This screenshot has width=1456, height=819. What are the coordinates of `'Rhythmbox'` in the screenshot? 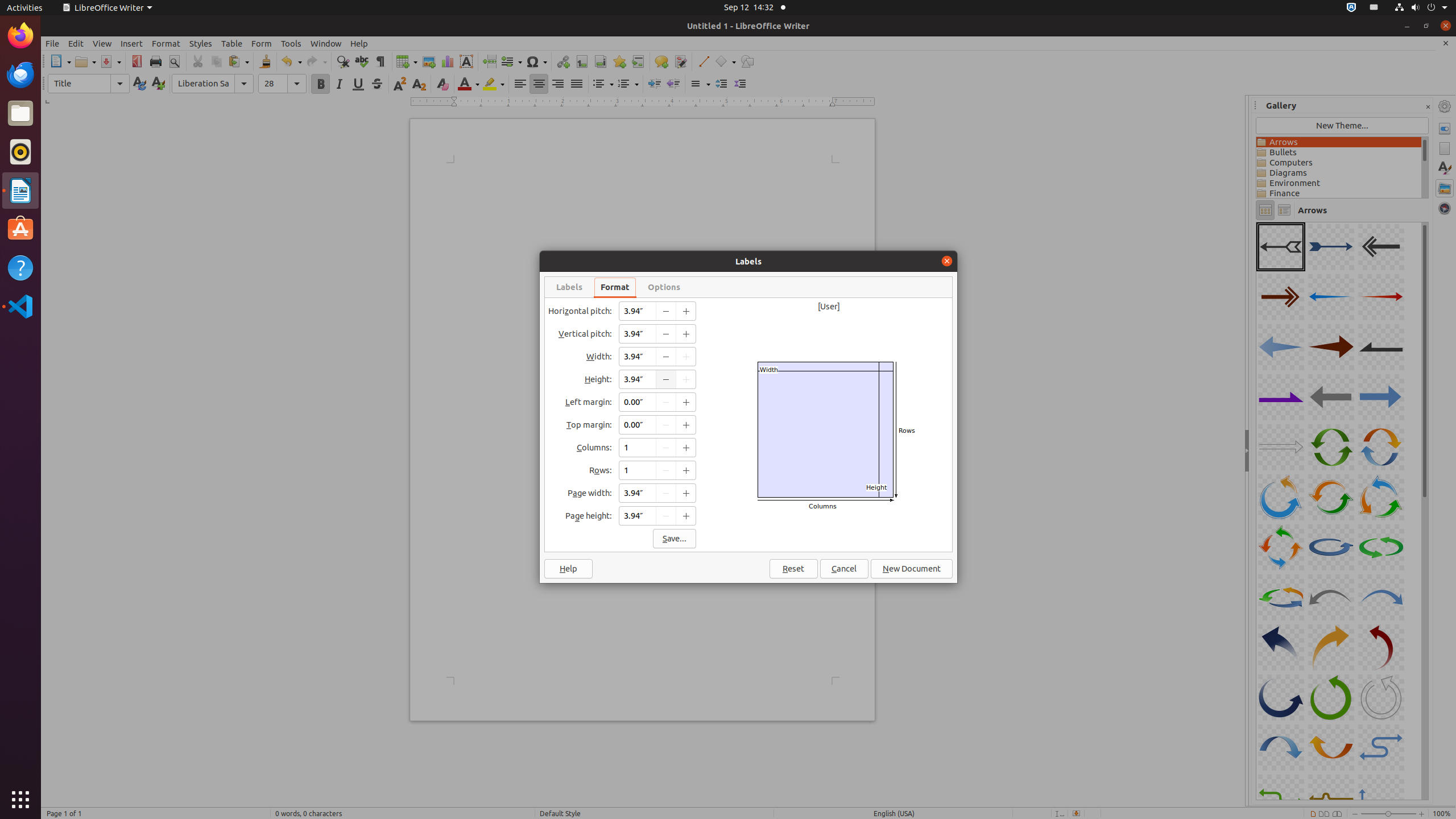 It's located at (20, 151).